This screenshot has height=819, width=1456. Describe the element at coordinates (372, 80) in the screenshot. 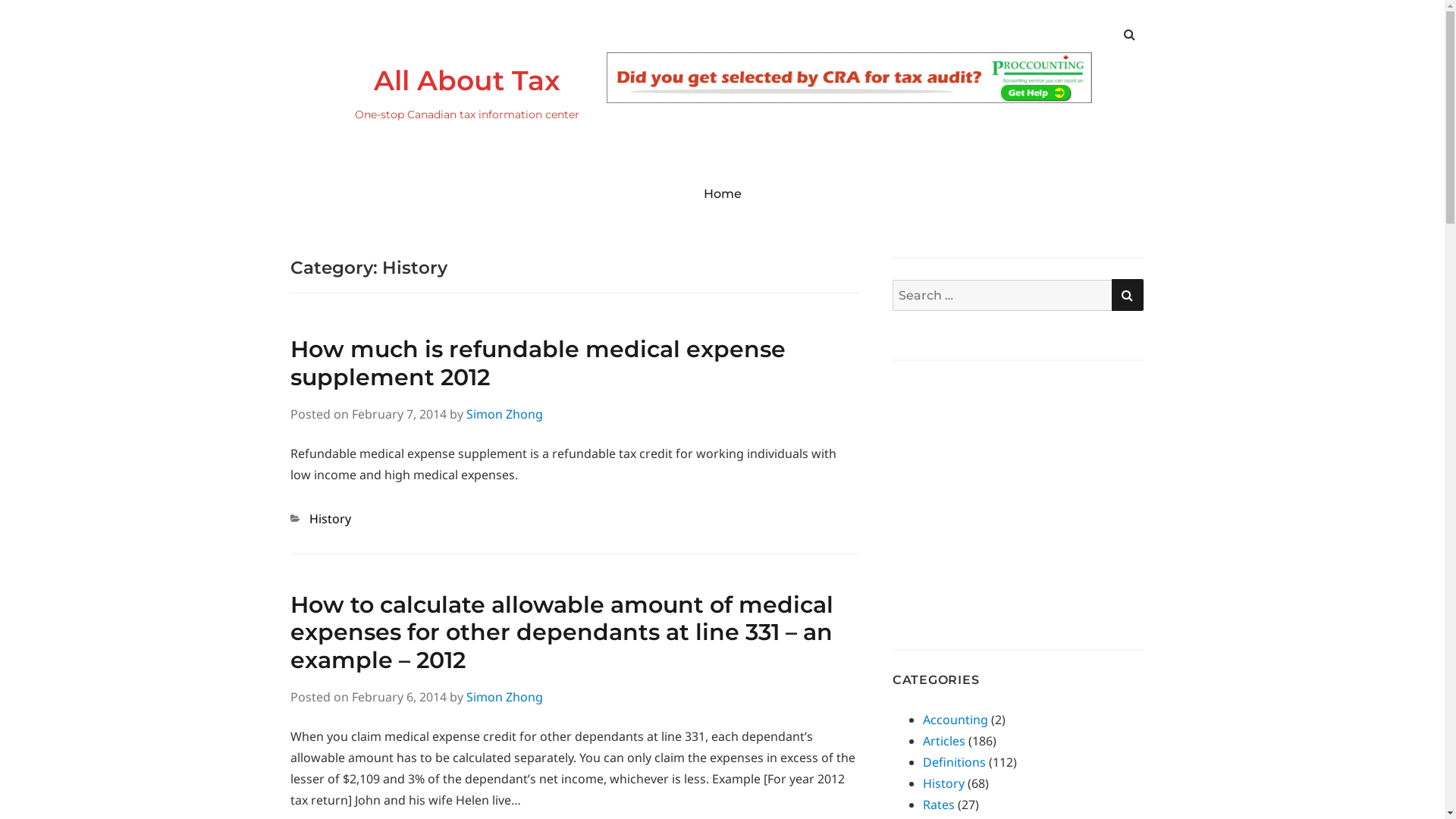

I see `'All About Tax'` at that location.